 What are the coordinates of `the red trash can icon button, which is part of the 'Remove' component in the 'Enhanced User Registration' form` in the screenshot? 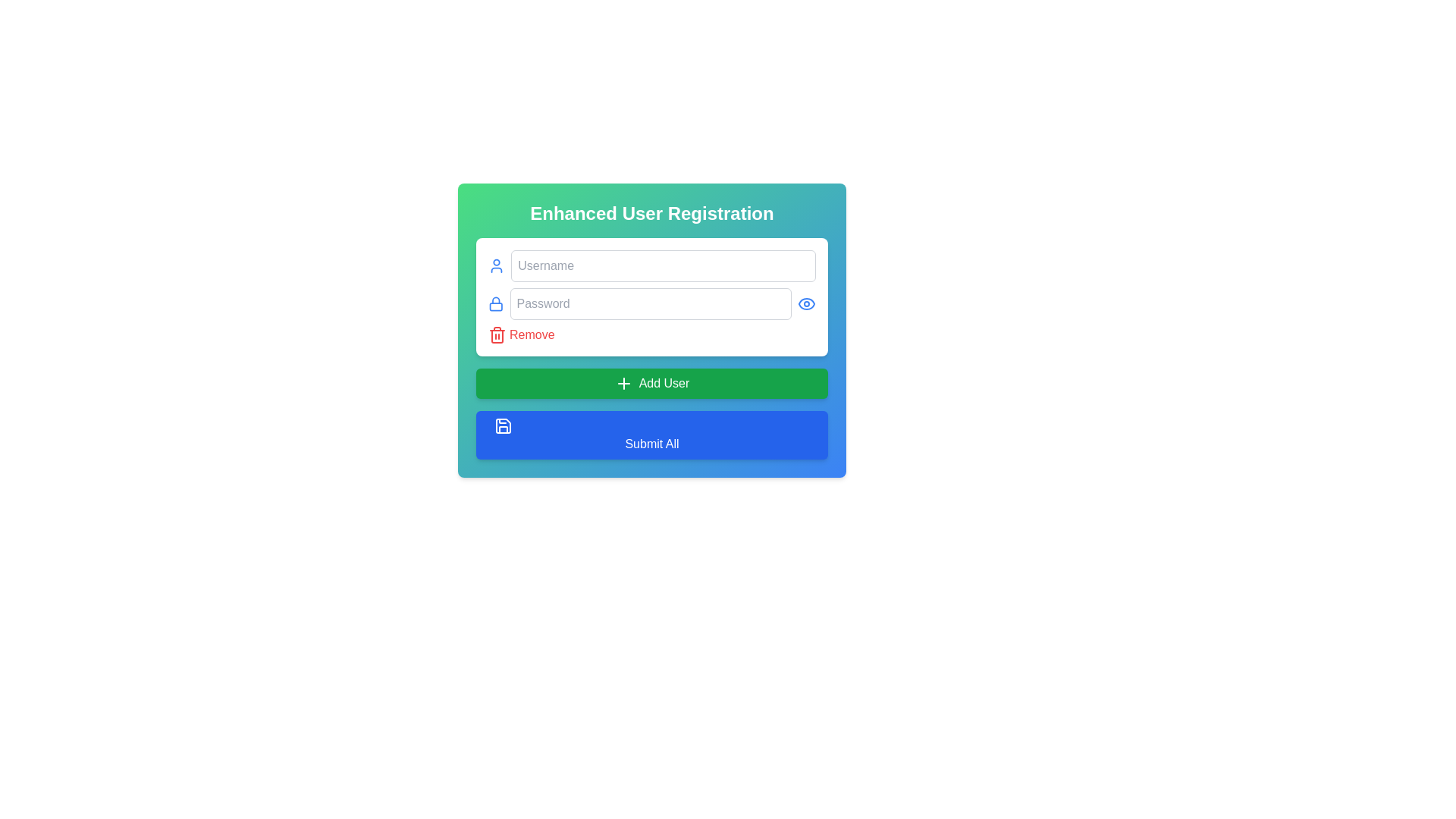 It's located at (497, 334).